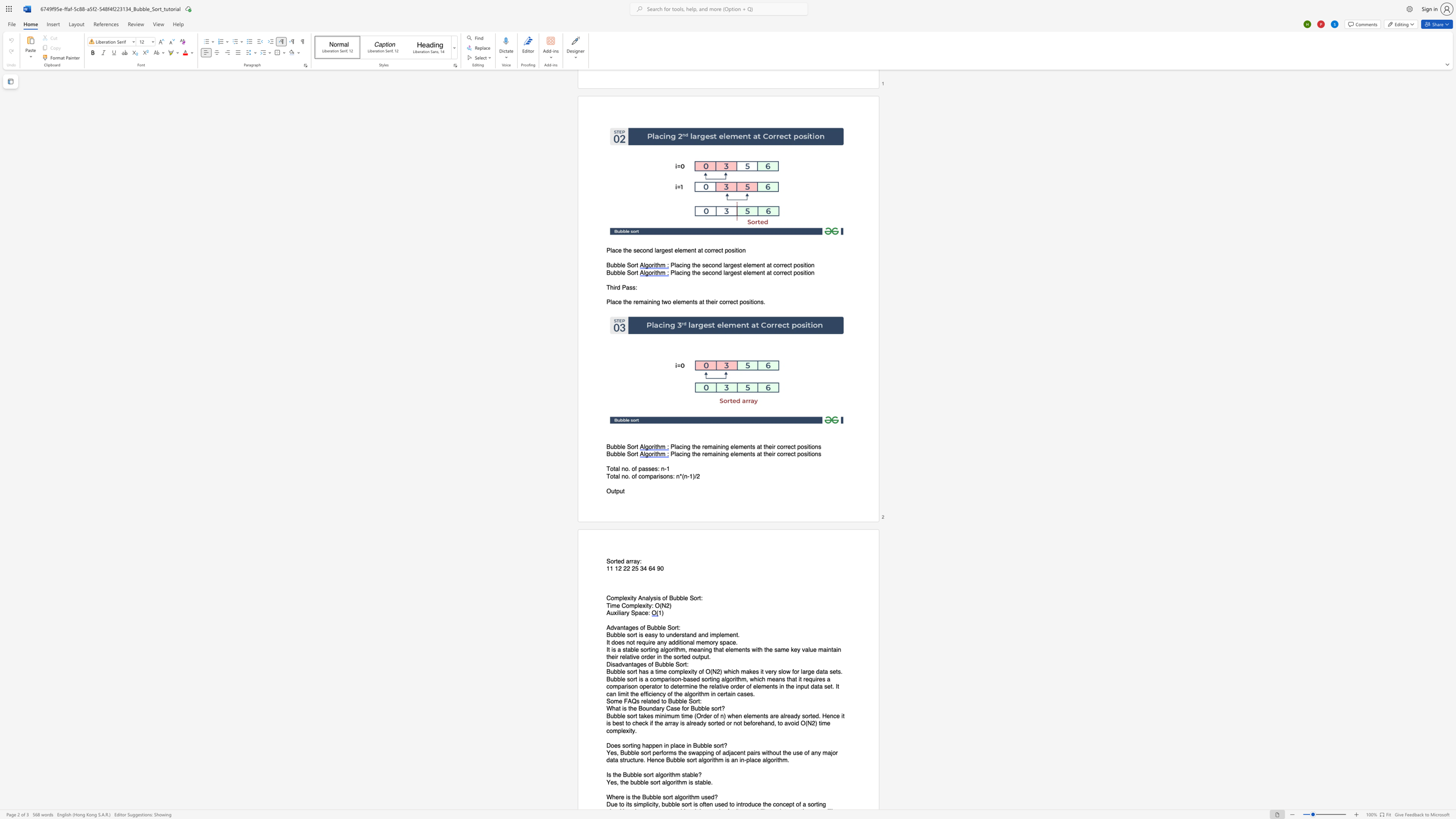 The width and height of the screenshot is (1456, 819). I want to click on the space between the continuous character "2" and ")" in the text, so click(719, 671).